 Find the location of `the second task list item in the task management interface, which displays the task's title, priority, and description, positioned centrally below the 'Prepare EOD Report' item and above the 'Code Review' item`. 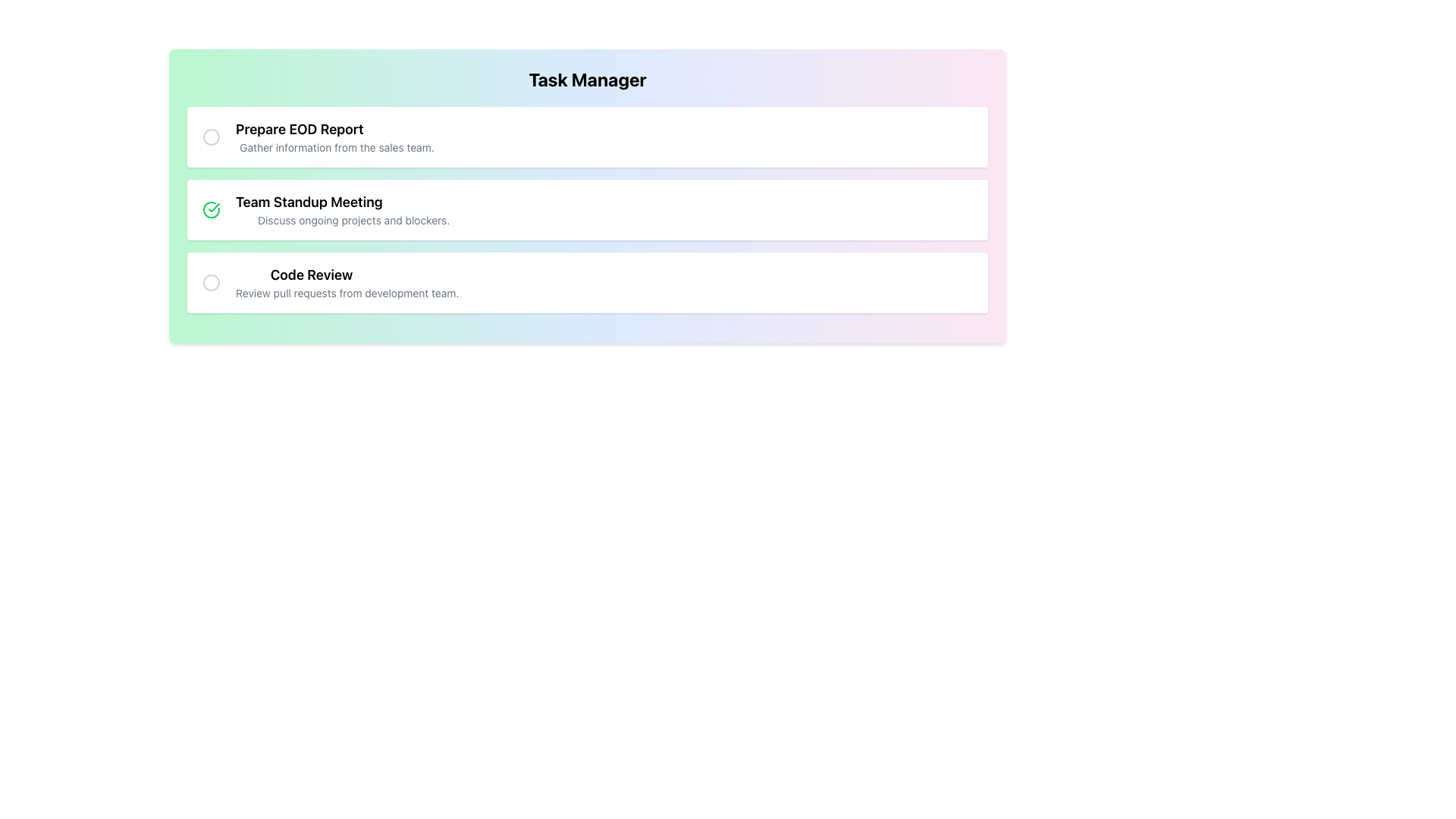

the second task list item in the task management interface, which displays the task's title, priority, and description, positioned centrally below the 'Prepare EOD Report' item and above the 'Code Review' item is located at coordinates (586, 210).